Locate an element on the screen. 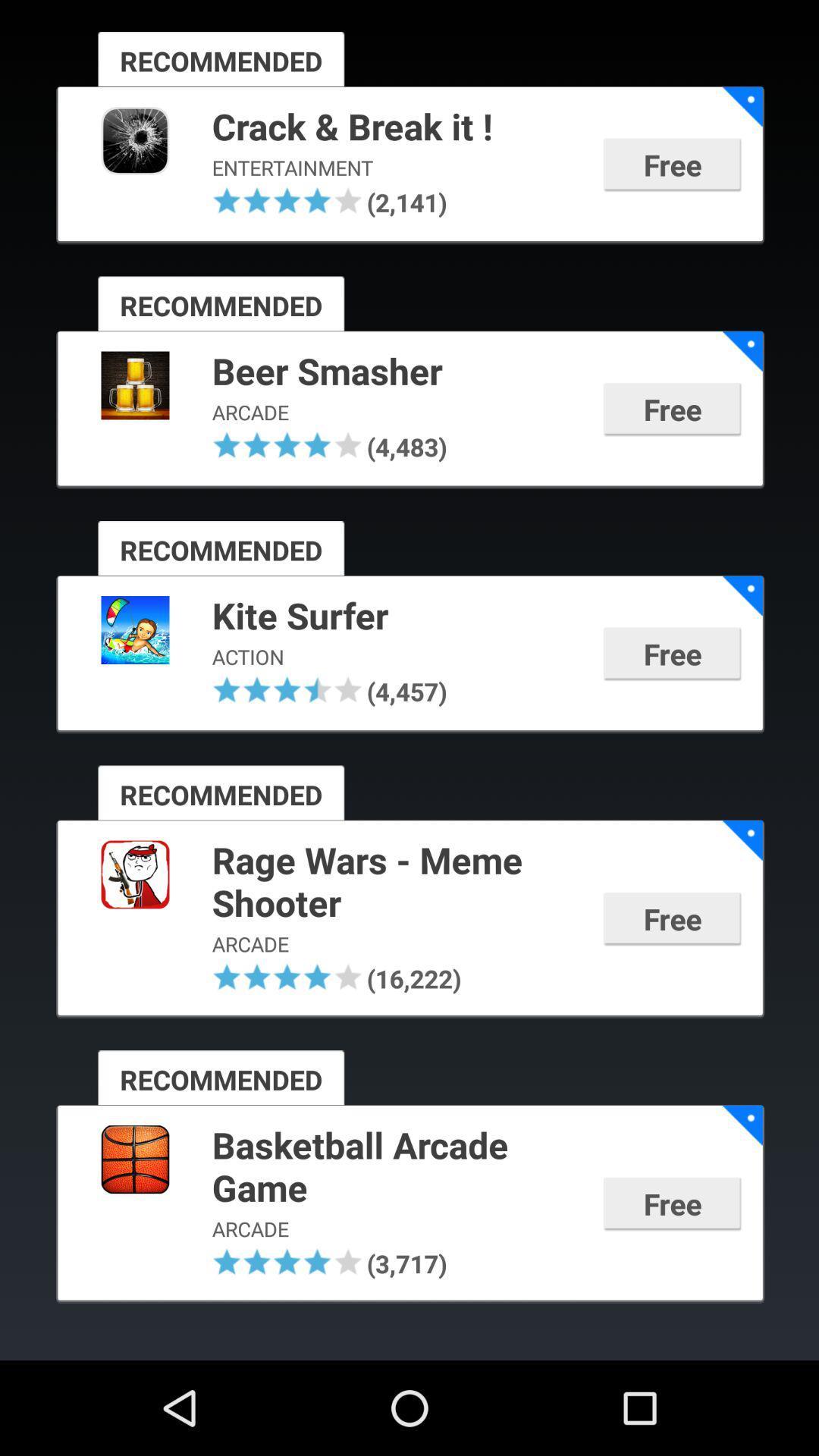 This screenshot has height=1456, width=819. icon above recommended item is located at coordinates (287, 689).